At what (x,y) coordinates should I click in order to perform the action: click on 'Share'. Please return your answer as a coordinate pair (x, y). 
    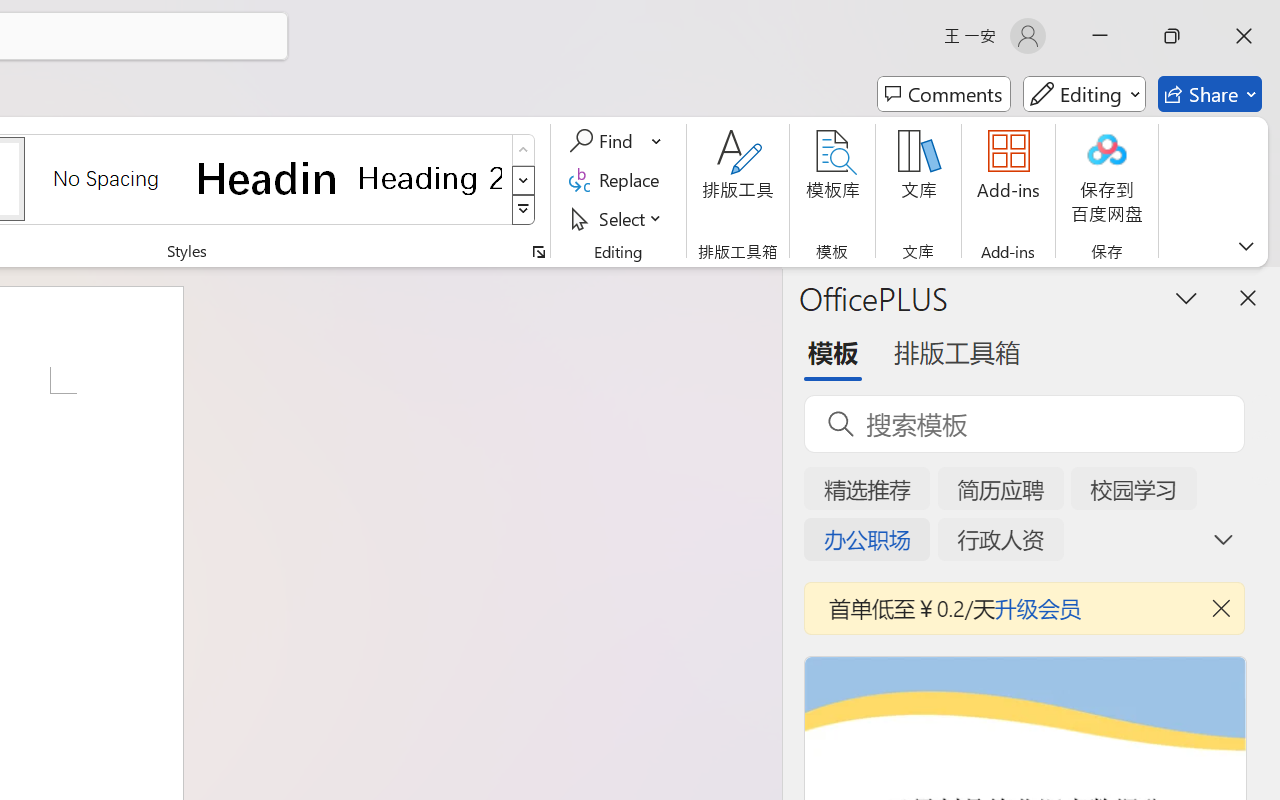
    Looking at the image, I should click on (1209, 94).